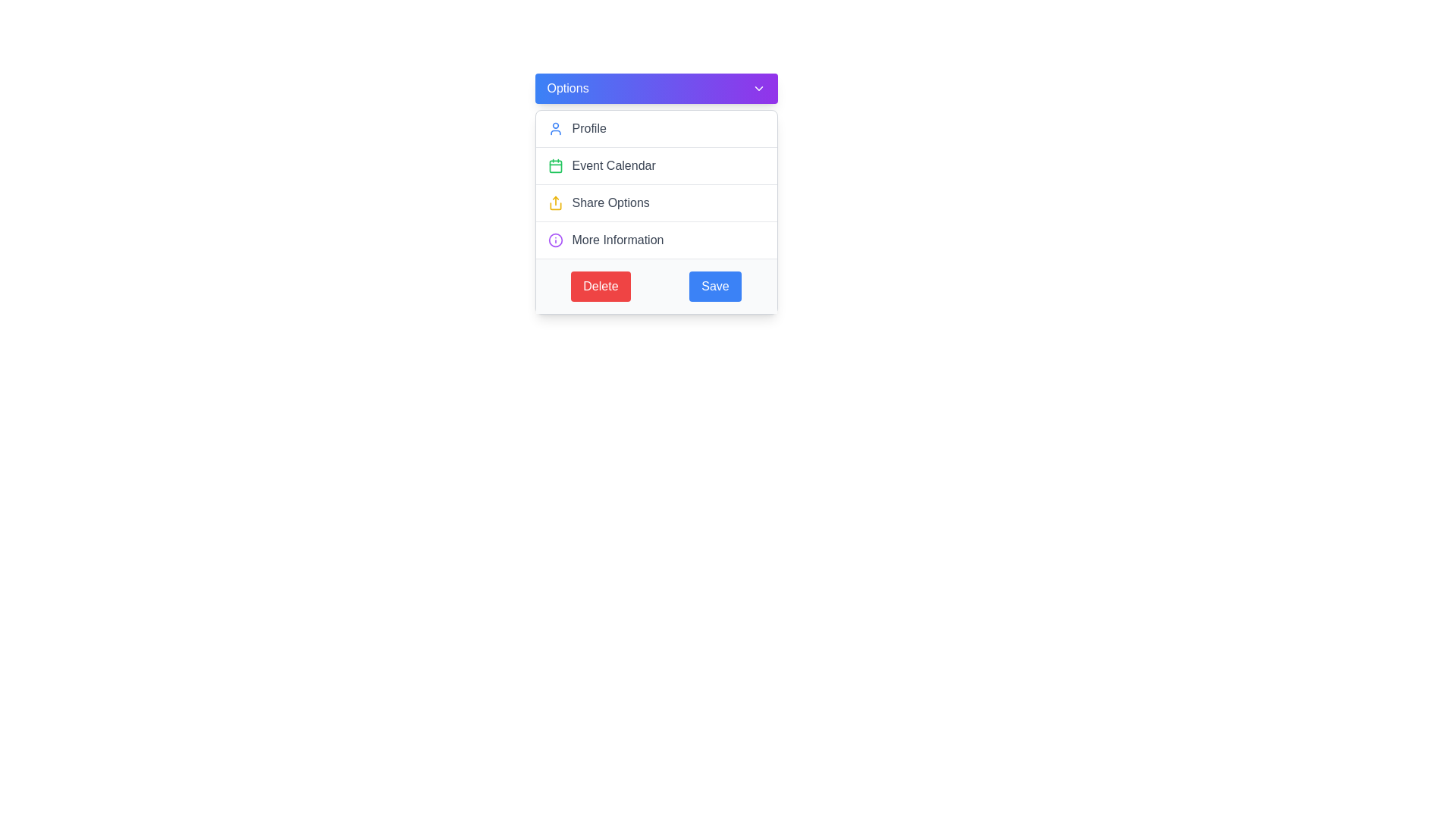  I want to click on 'Event Calendar' text label located as the second item in the vertical menu under the 'Options' dropdown, guiding the user towards calendar-related features, so click(613, 166).